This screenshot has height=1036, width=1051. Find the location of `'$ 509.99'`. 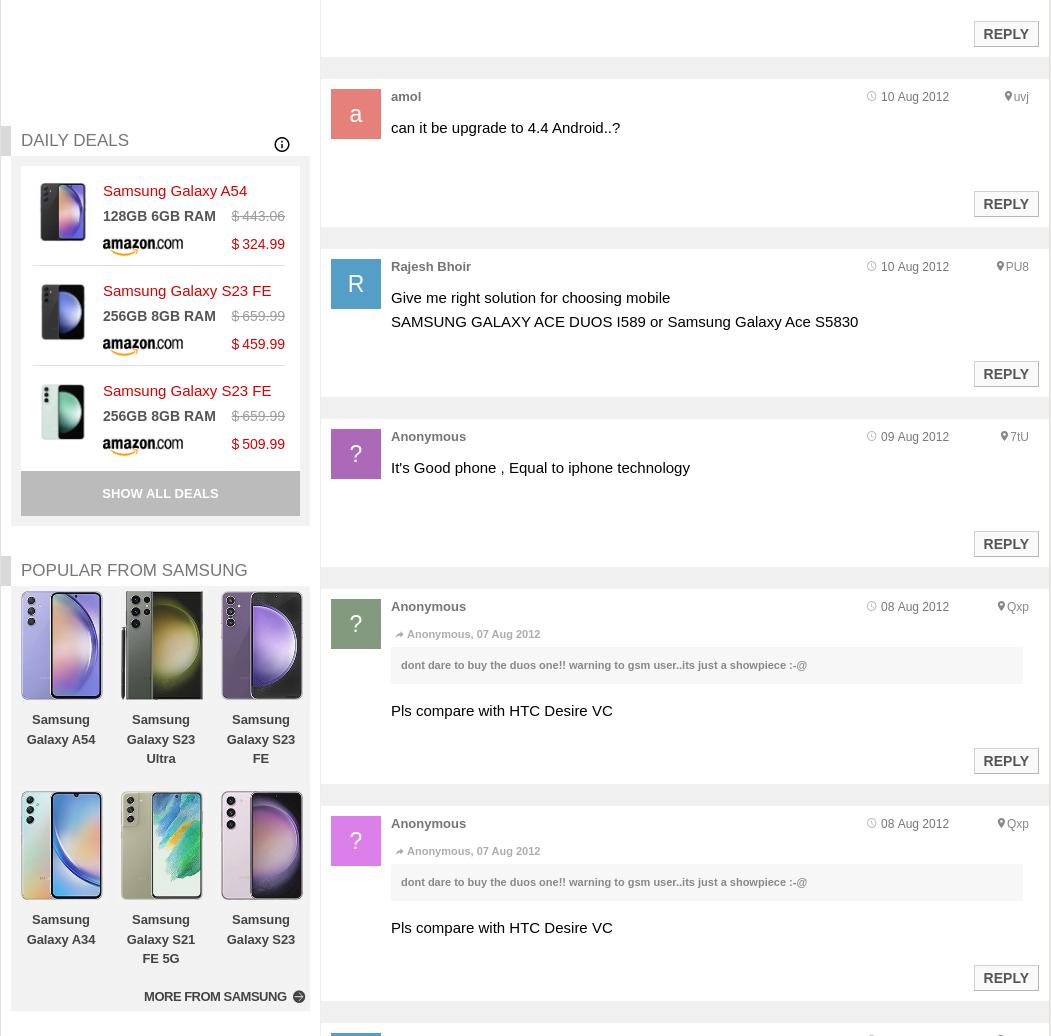

'$ 509.99' is located at coordinates (258, 442).